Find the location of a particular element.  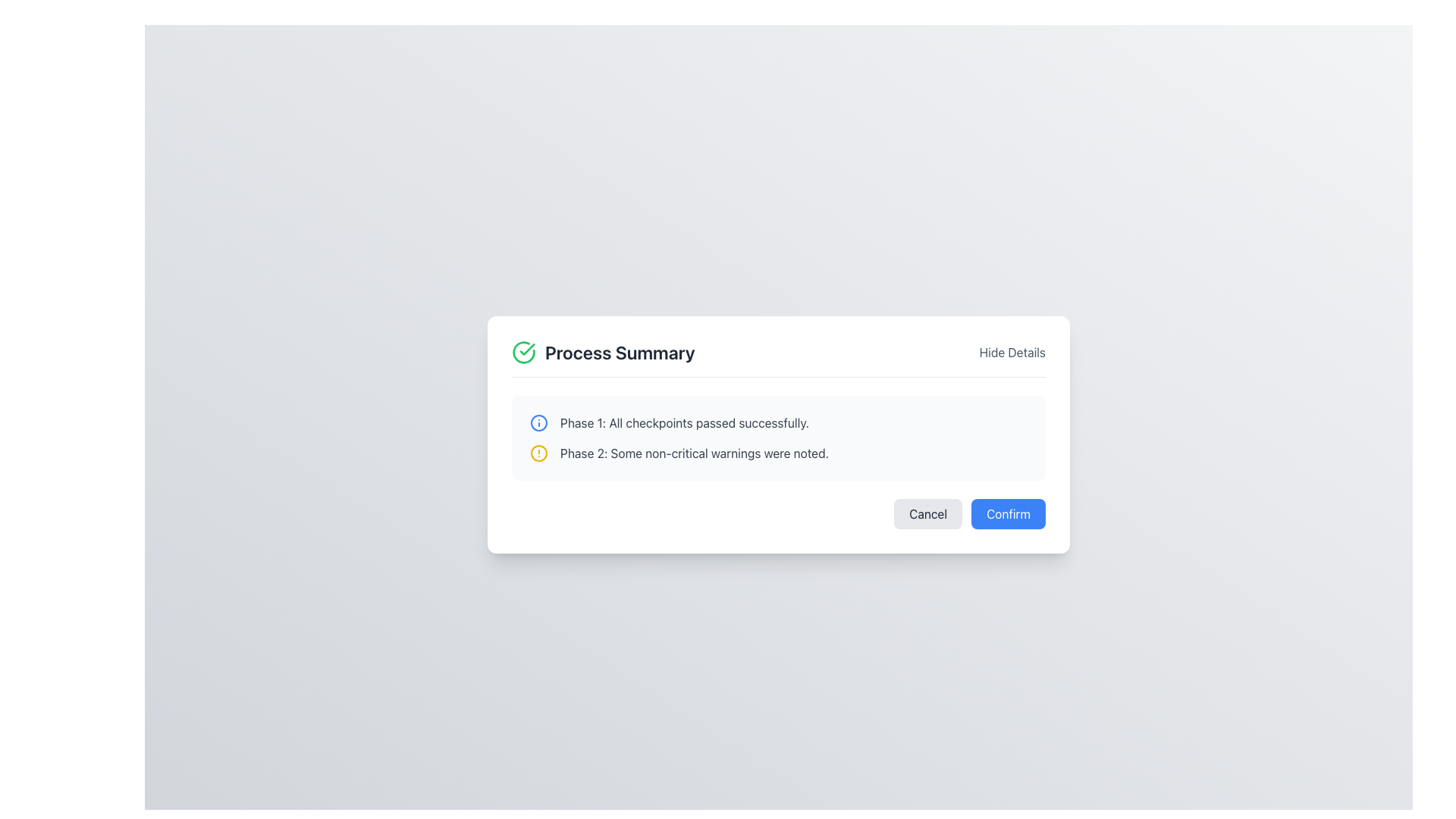

the Informational Message indicating a non-critical warning related to Phase 2, which is located centrally within the summary dialog box as the second item in a vertical sequence is located at coordinates (779, 452).